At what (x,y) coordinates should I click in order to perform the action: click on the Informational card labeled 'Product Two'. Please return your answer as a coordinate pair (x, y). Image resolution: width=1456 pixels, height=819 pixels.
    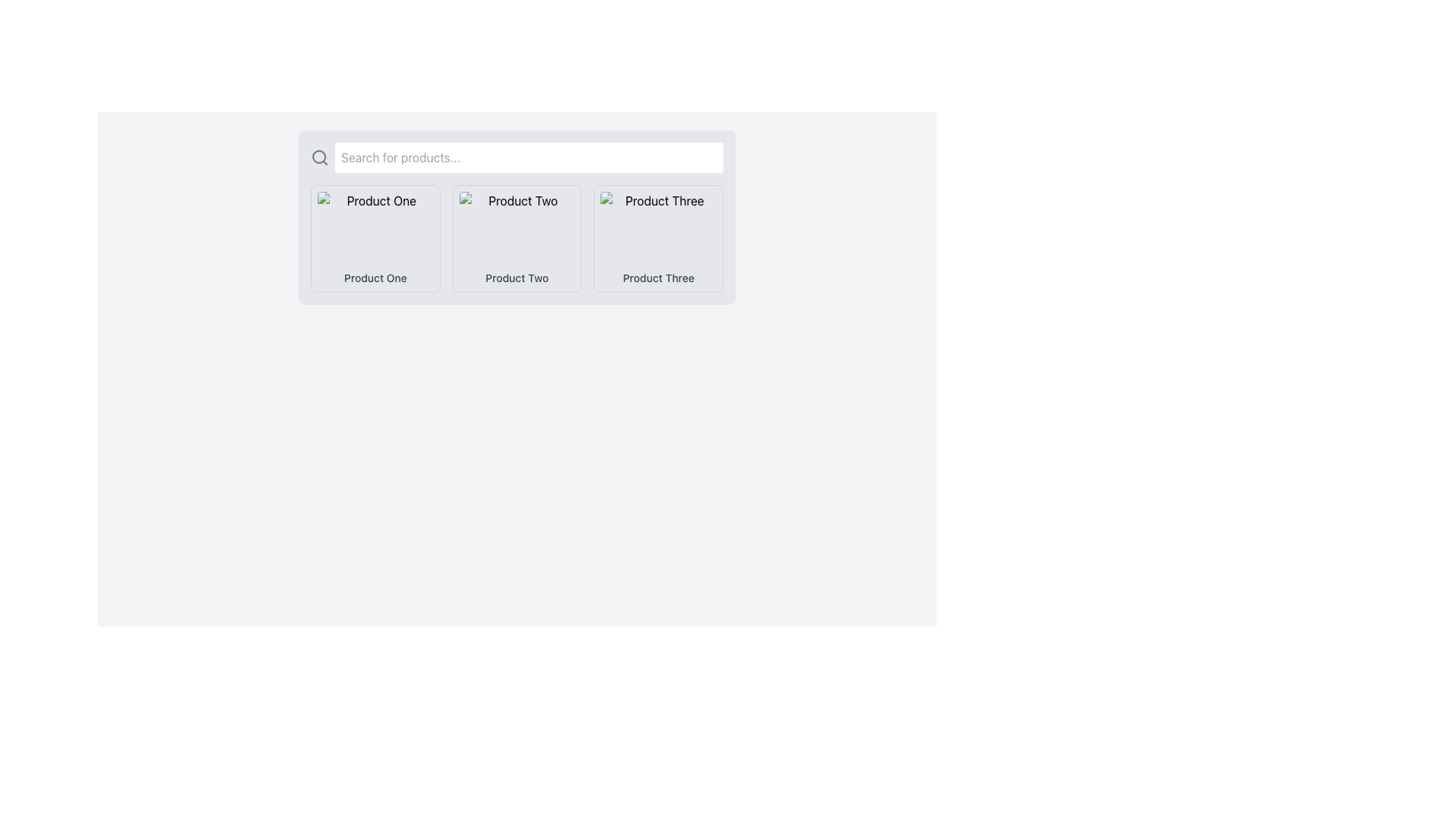
    Looking at the image, I should click on (516, 239).